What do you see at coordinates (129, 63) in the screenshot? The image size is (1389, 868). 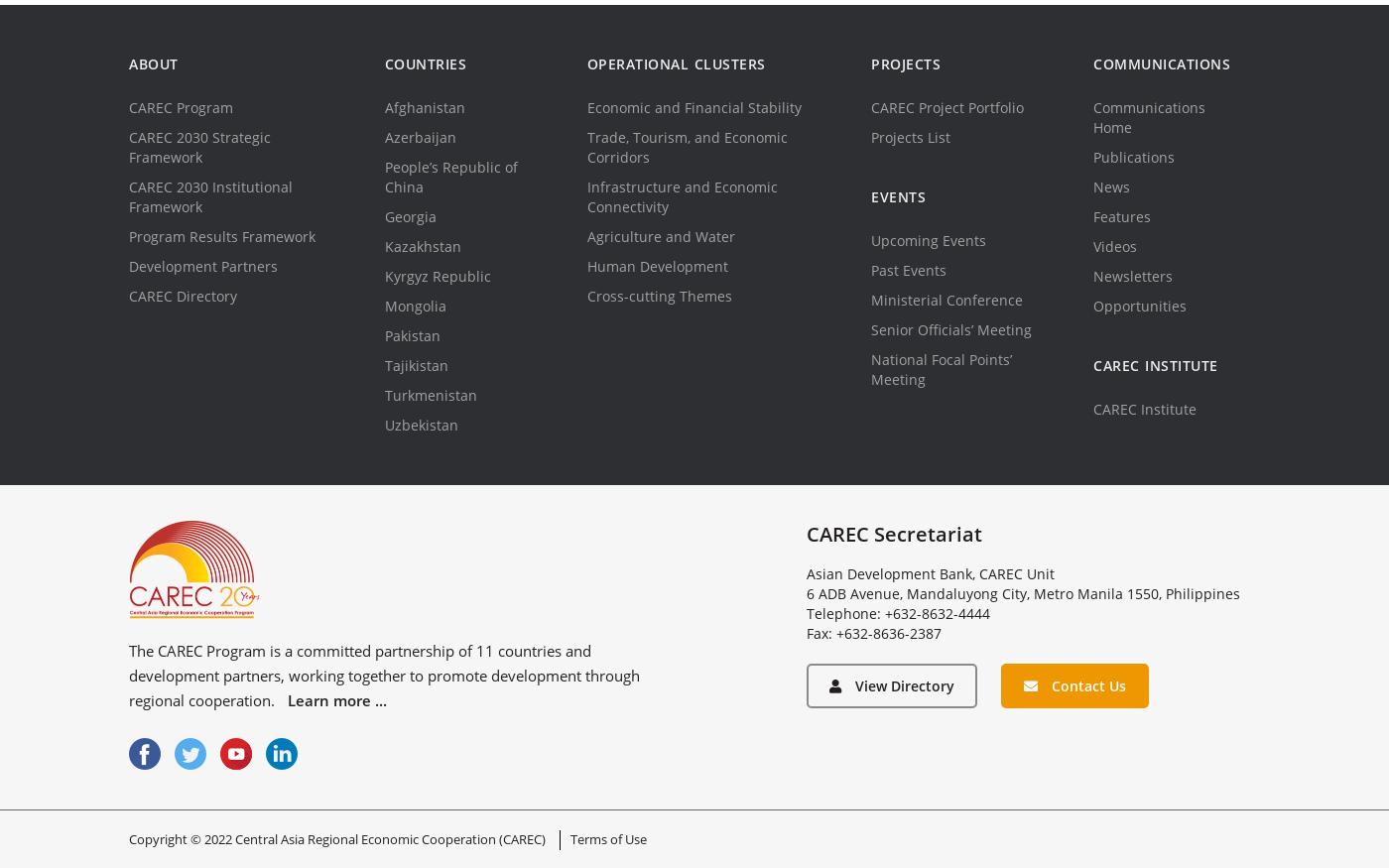 I see `'About'` at bounding box center [129, 63].